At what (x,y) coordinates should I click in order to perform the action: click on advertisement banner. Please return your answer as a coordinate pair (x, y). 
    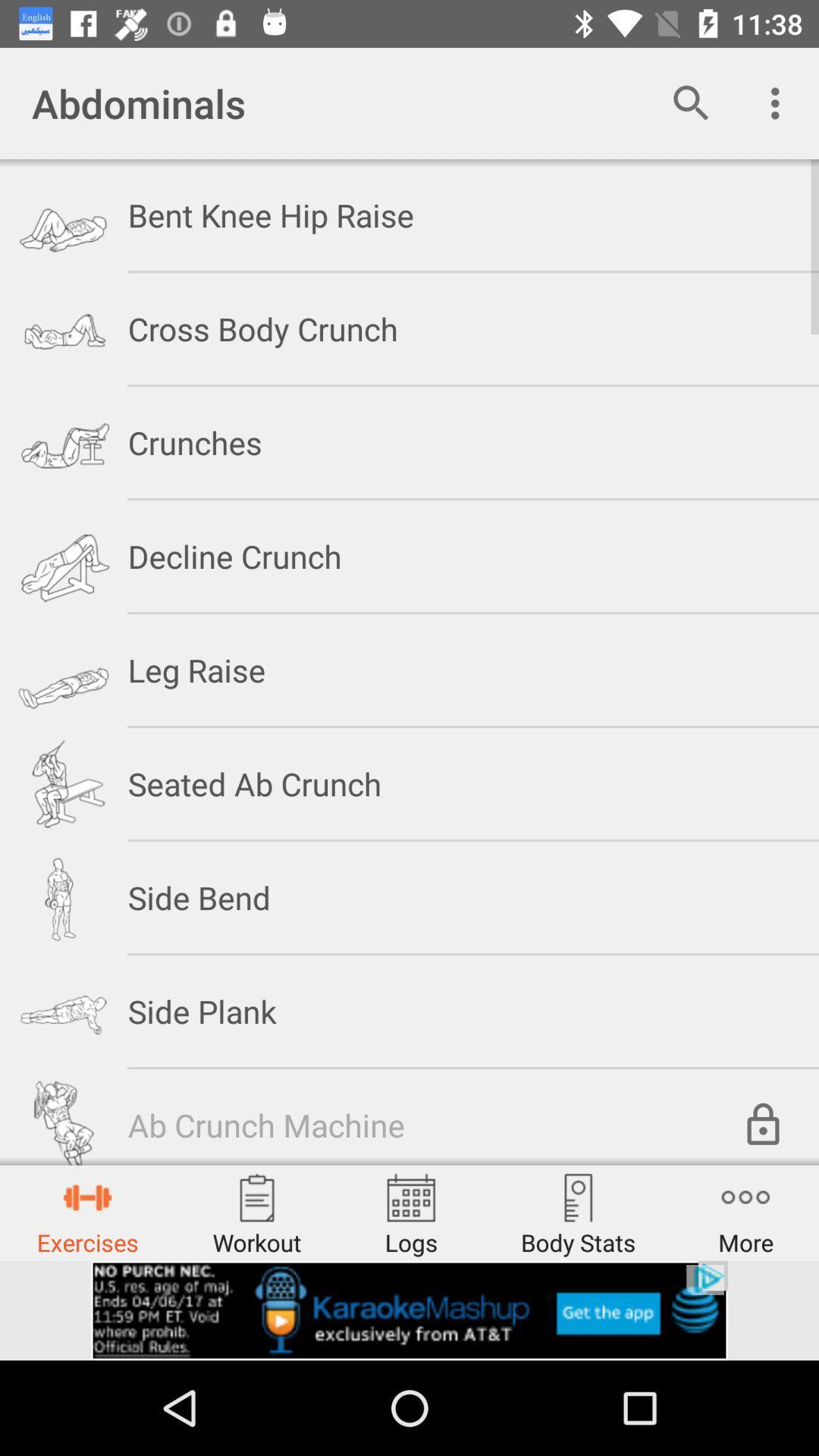
    Looking at the image, I should click on (409, 1310).